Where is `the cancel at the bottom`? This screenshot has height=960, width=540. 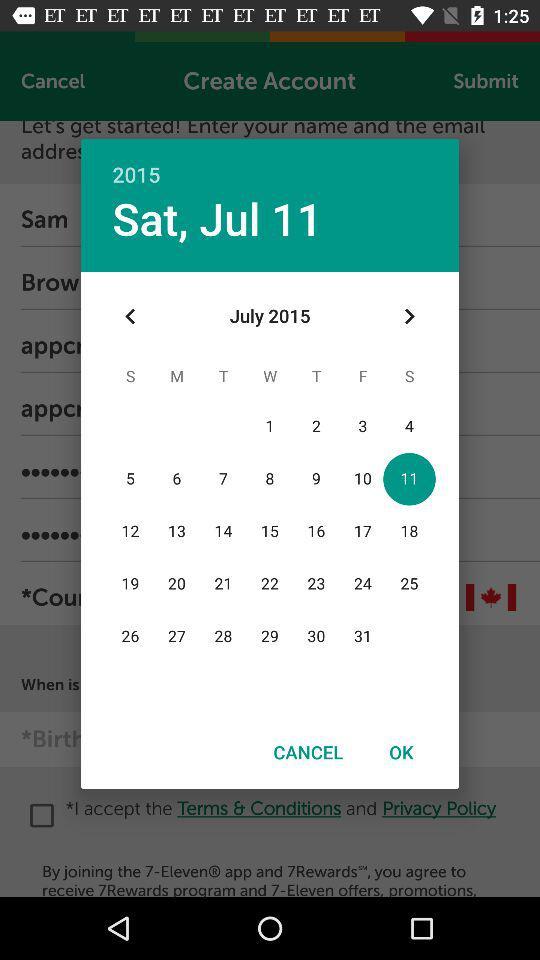
the cancel at the bottom is located at coordinates (308, 751).